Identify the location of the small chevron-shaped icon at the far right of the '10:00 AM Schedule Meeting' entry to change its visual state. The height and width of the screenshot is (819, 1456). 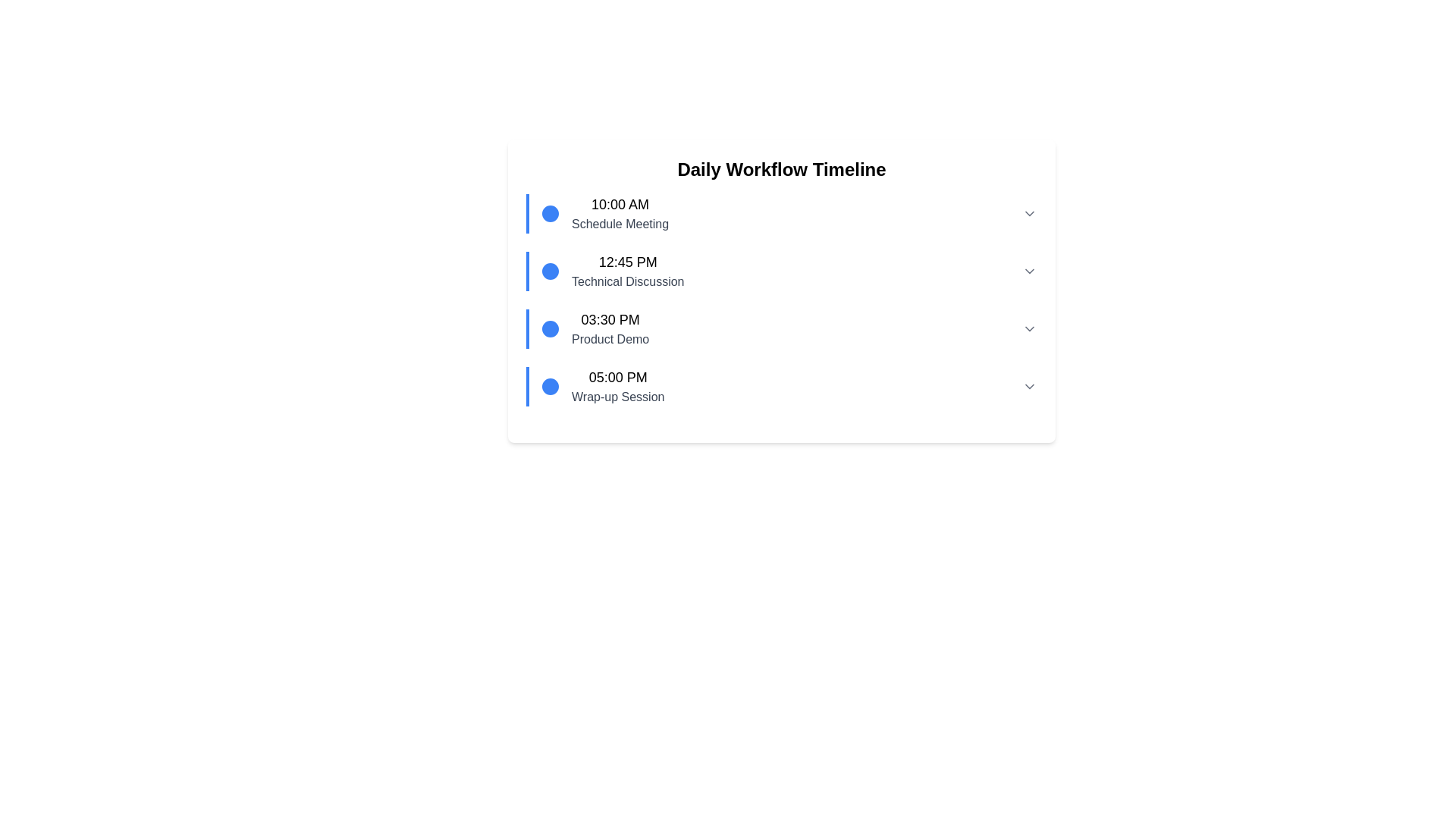
(1030, 213).